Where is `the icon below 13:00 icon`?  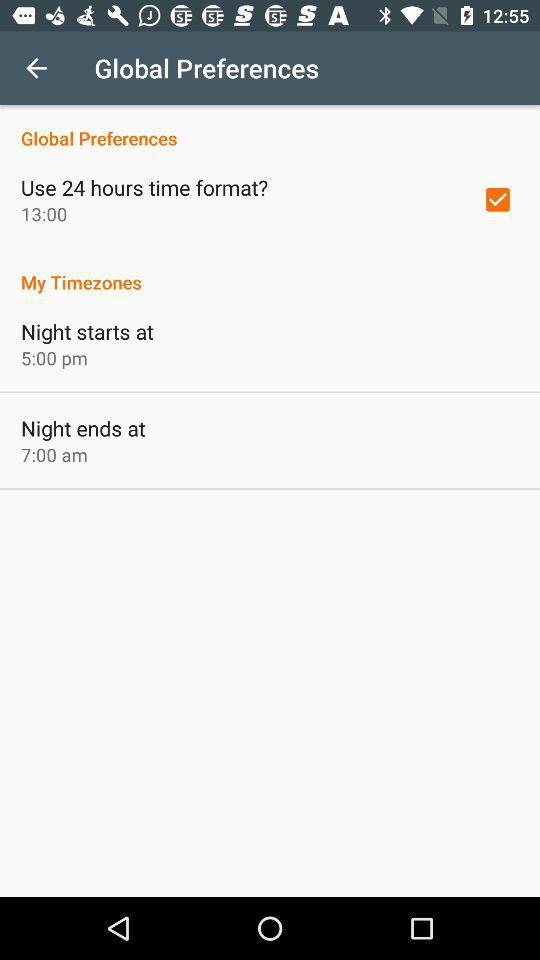 the icon below 13:00 icon is located at coordinates (270, 270).